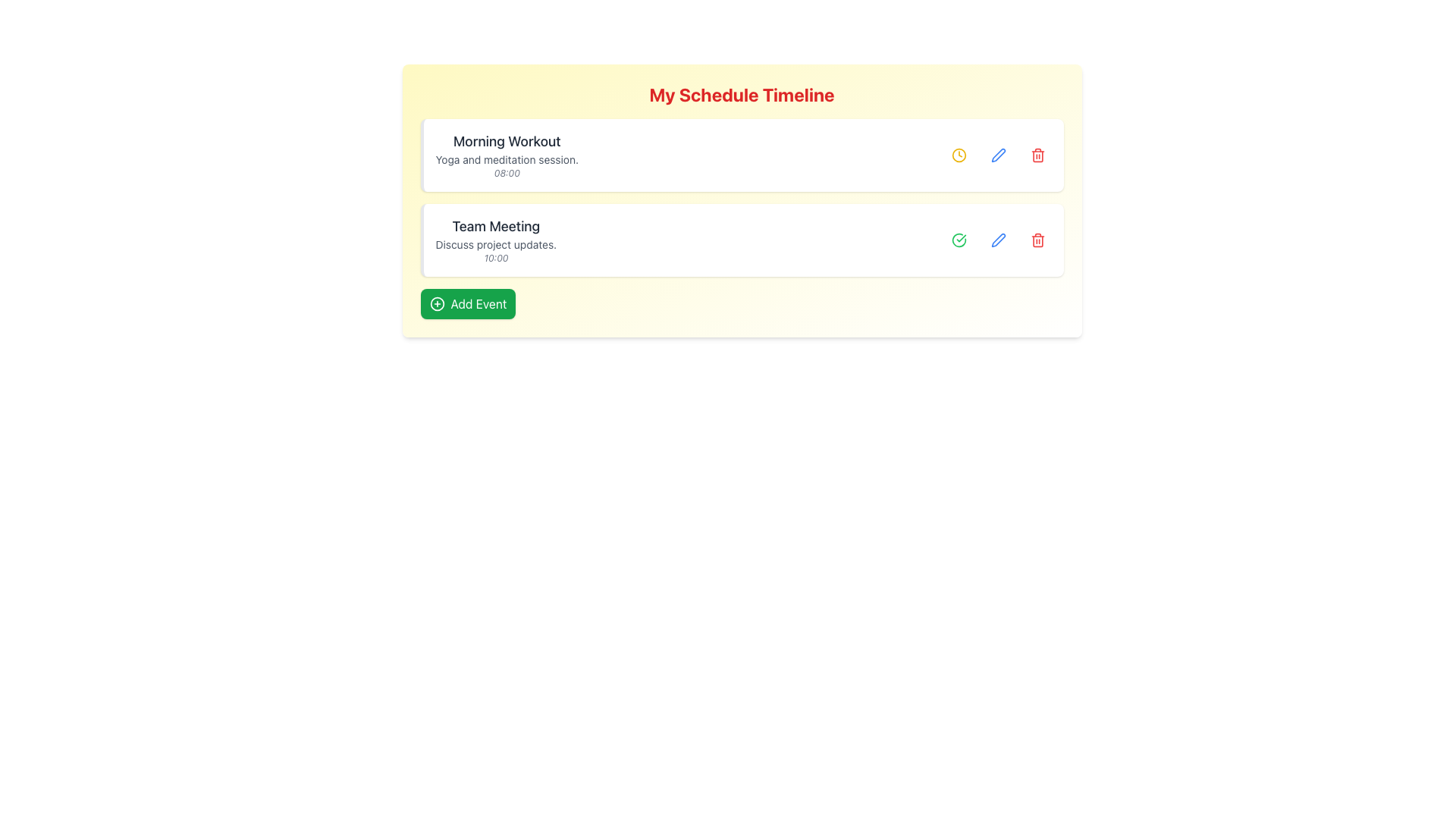 Image resolution: width=1456 pixels, height=819 pixels. I want to click on the 'Add Event' button located at the bottom of the schedule card, so click(467, 304).